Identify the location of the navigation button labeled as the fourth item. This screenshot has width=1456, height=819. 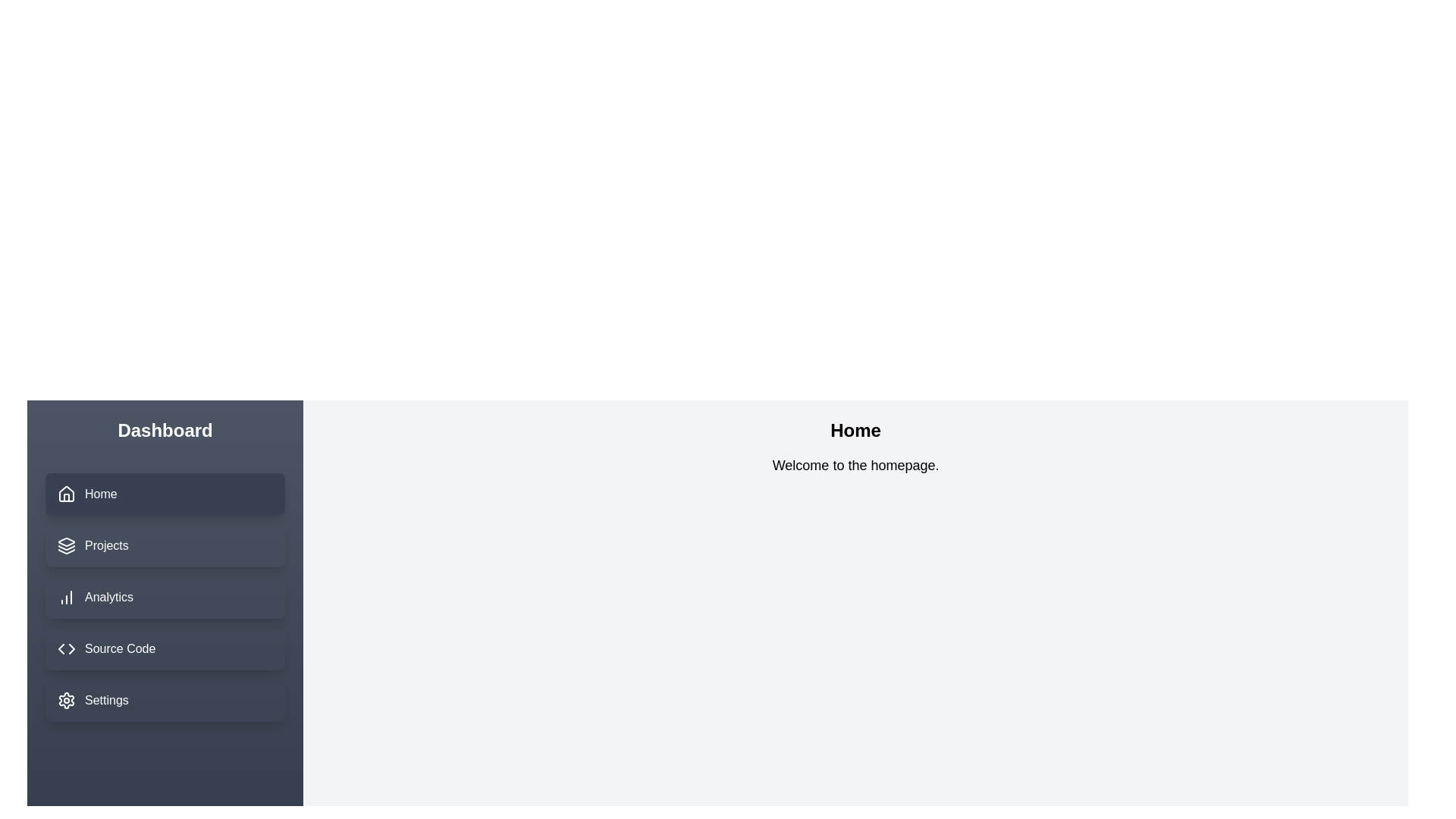
(165, 648).